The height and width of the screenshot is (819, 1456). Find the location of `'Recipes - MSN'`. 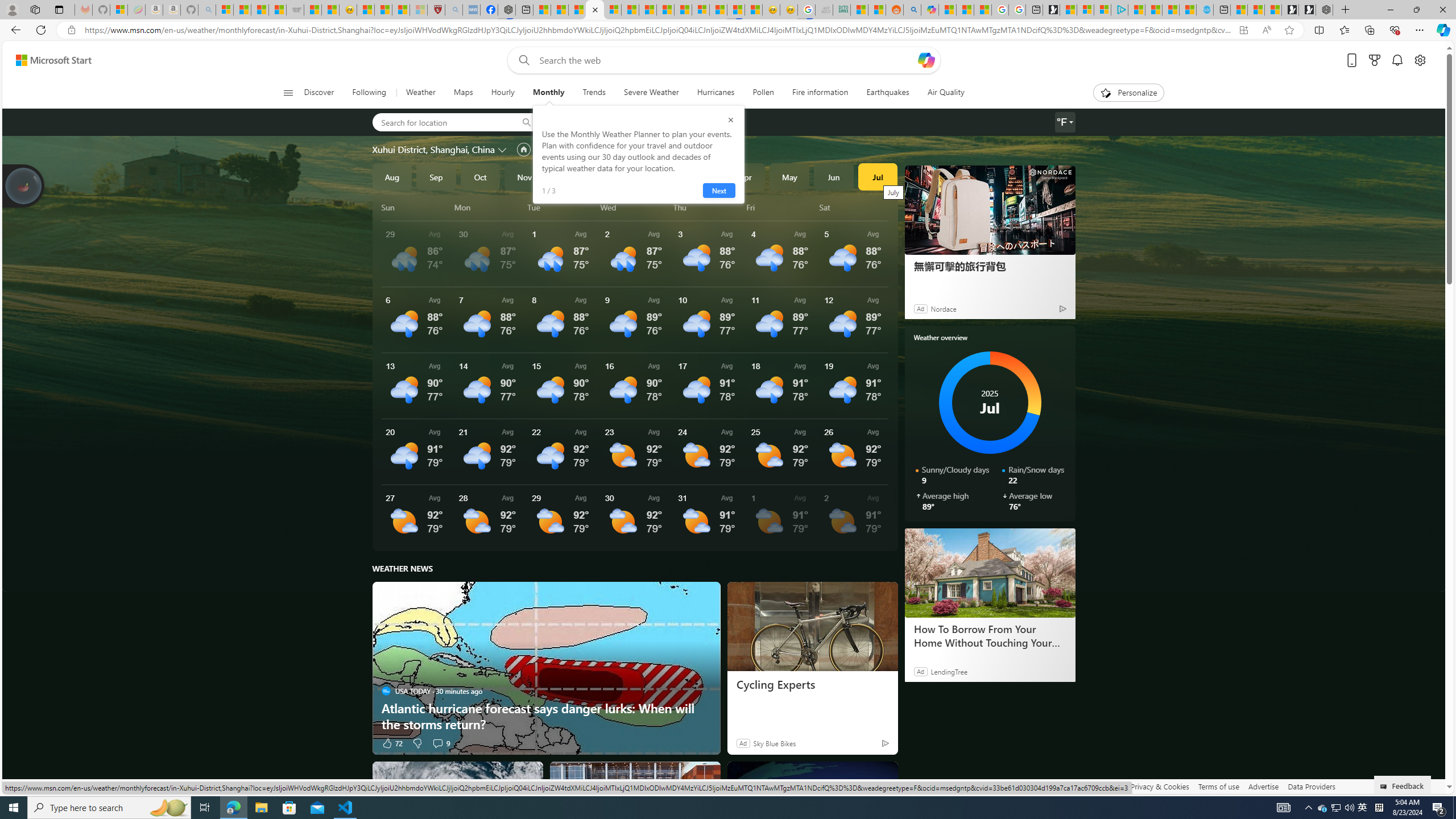

'Recipes - MSN' is located at coordinates (366, 9).